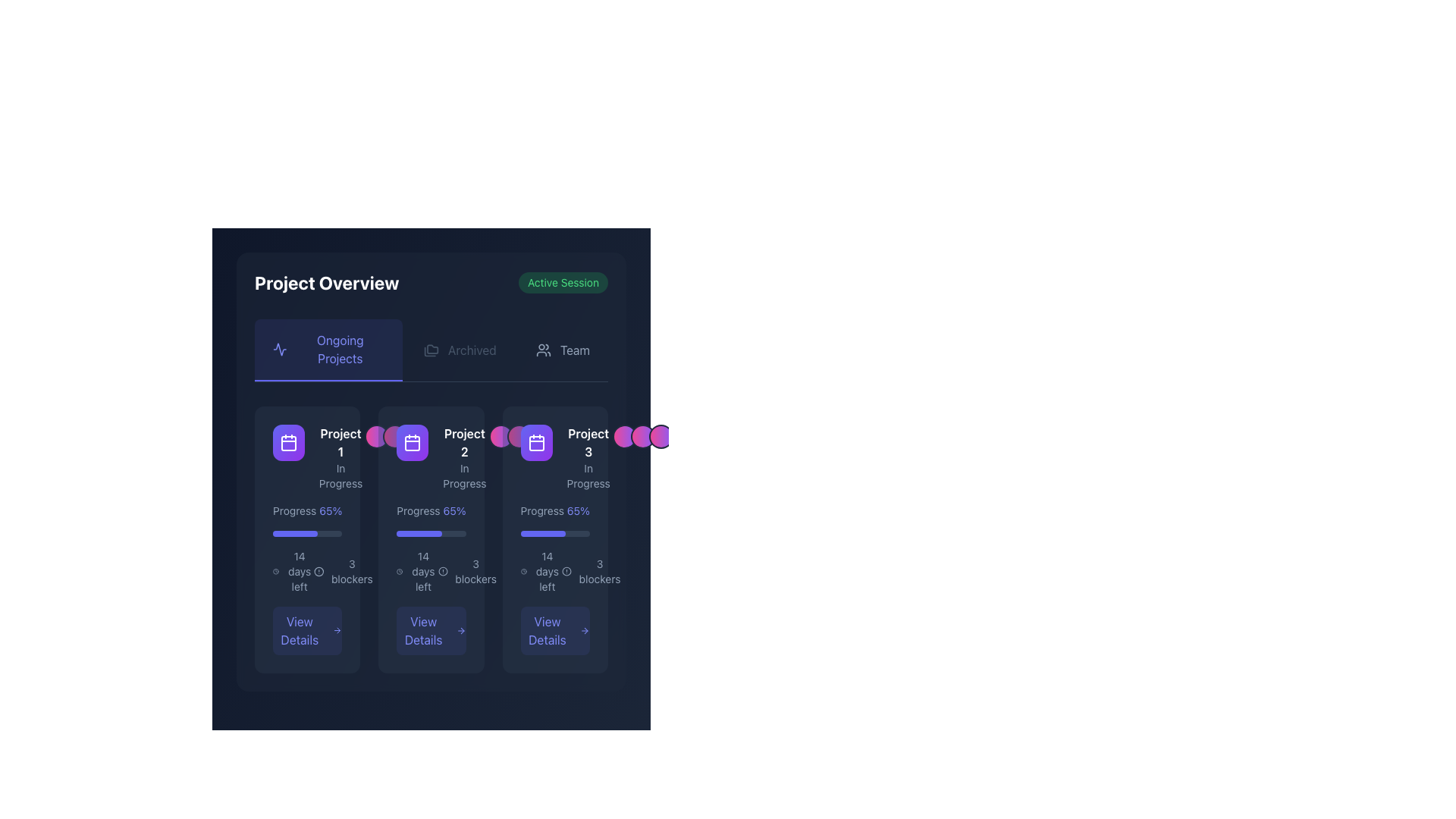  Describe the element at coordinates (599, 571) in the screenshot. I see `the static text display that shows '3 blockers' in light gray font, located at the bottom-right corner of the third project card beneath the progress bar` at that location.